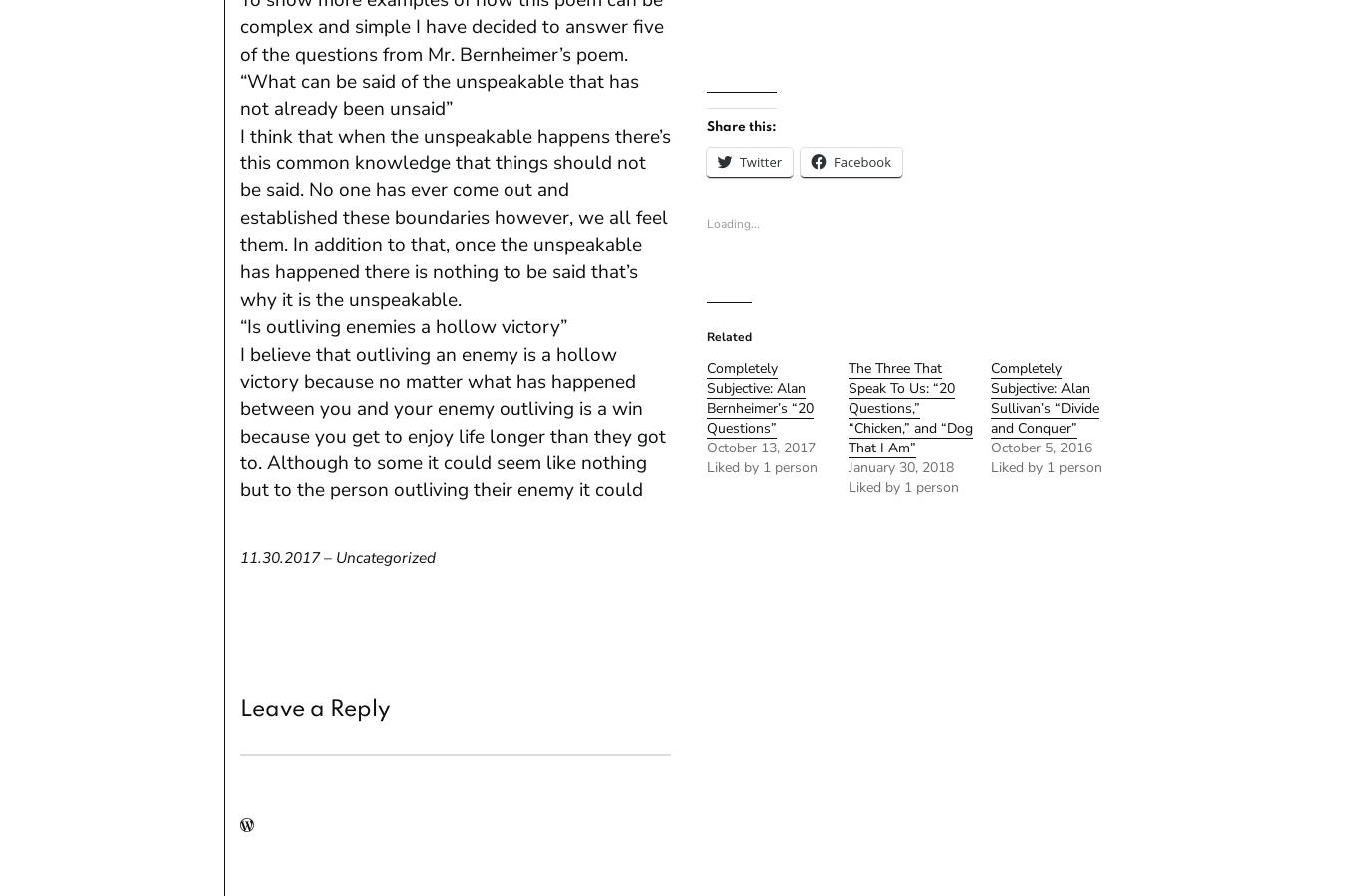  I want to click on 'Leave a Reply', so click(314, 708).